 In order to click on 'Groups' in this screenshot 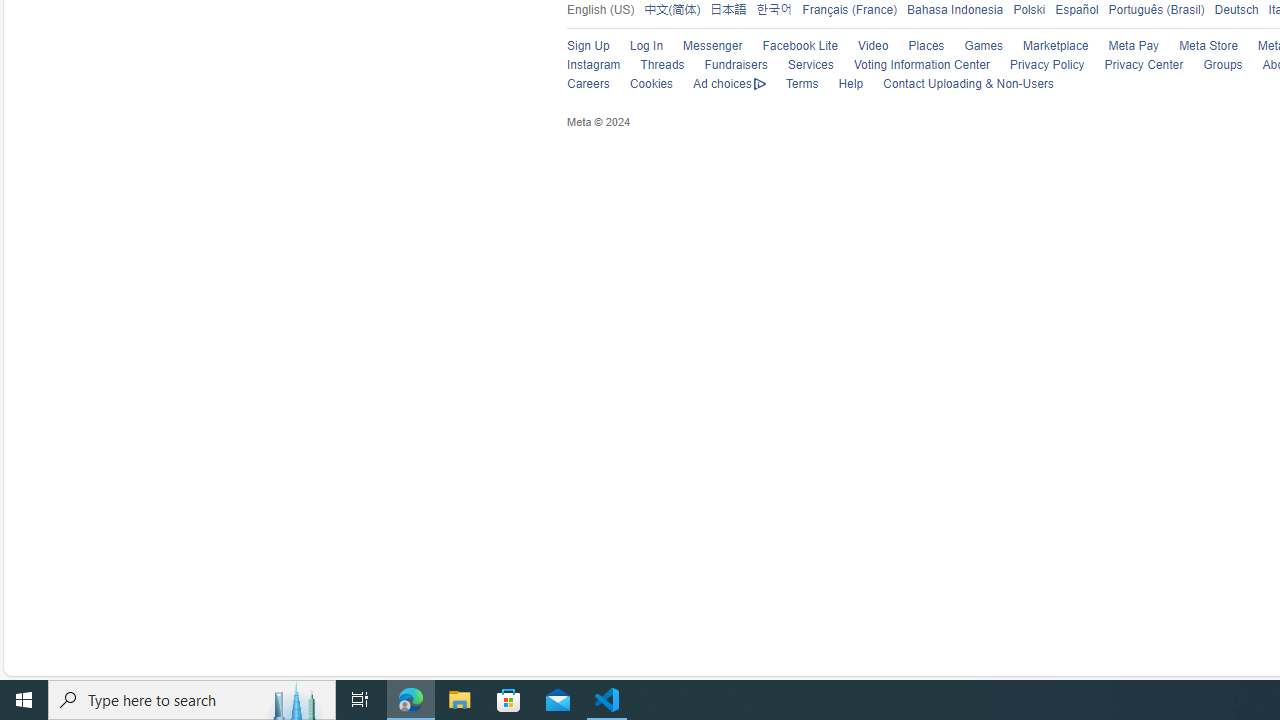, I will do `click(1222, 64)`.